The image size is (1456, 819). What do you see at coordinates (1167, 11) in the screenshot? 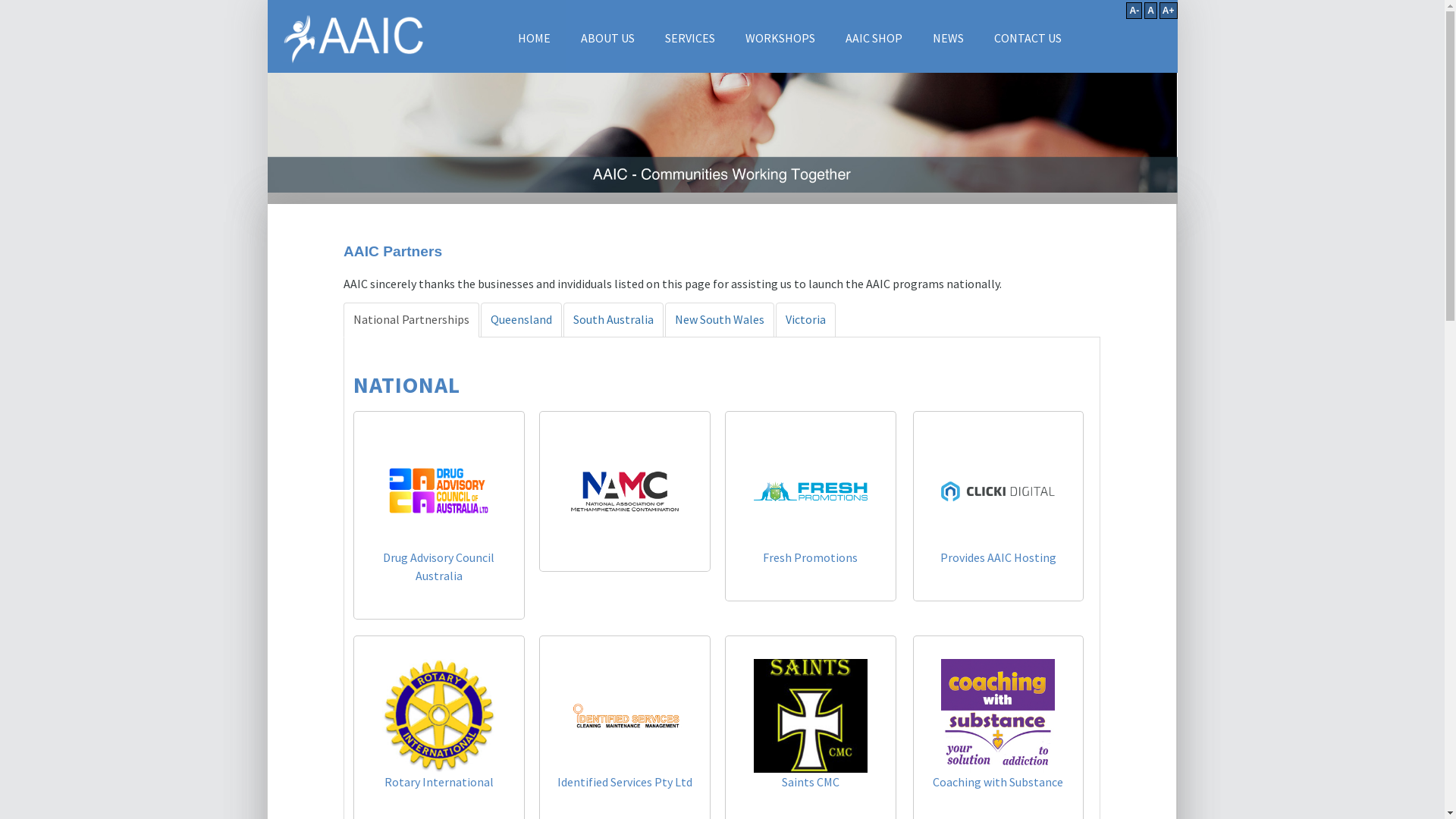
I see `'A+'` at bounding box center [1167, 11].